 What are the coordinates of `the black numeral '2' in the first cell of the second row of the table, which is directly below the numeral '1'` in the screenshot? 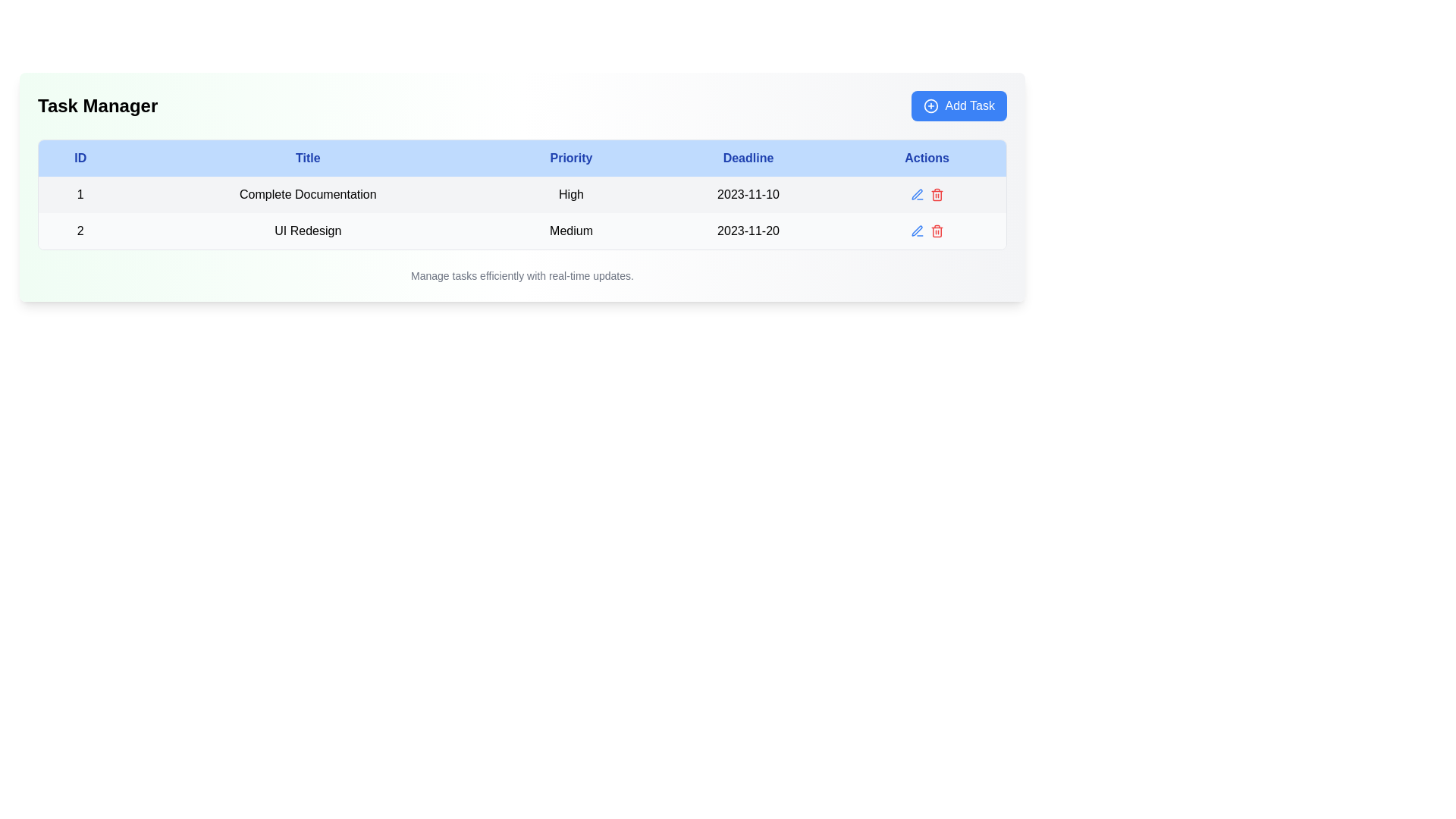 It's located at (80, 231).